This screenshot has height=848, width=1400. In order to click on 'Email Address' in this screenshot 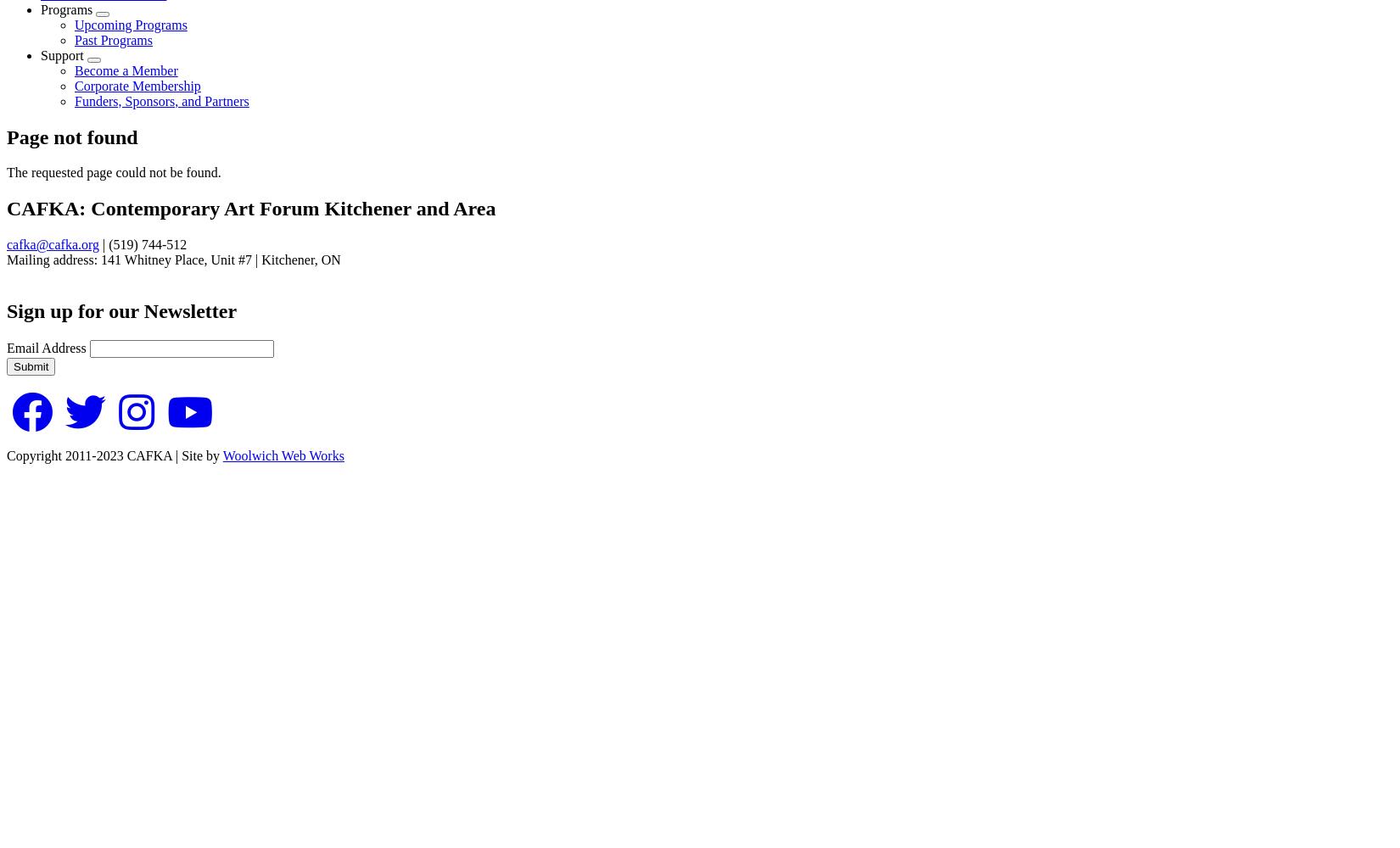, I will do `click(46, 348)`.